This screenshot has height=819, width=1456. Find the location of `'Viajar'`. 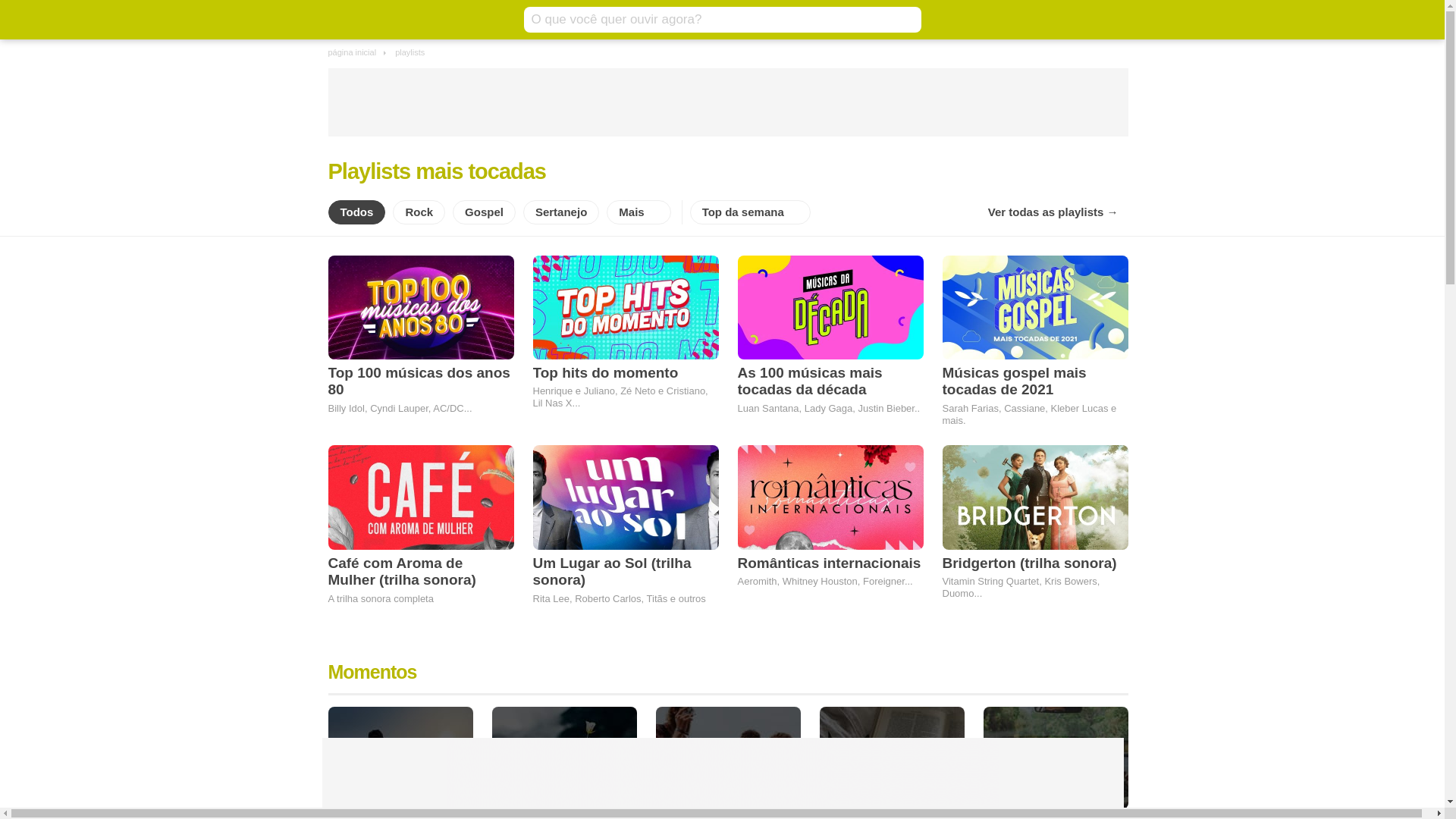

'Viajar' is located at coordinates (983, 758).